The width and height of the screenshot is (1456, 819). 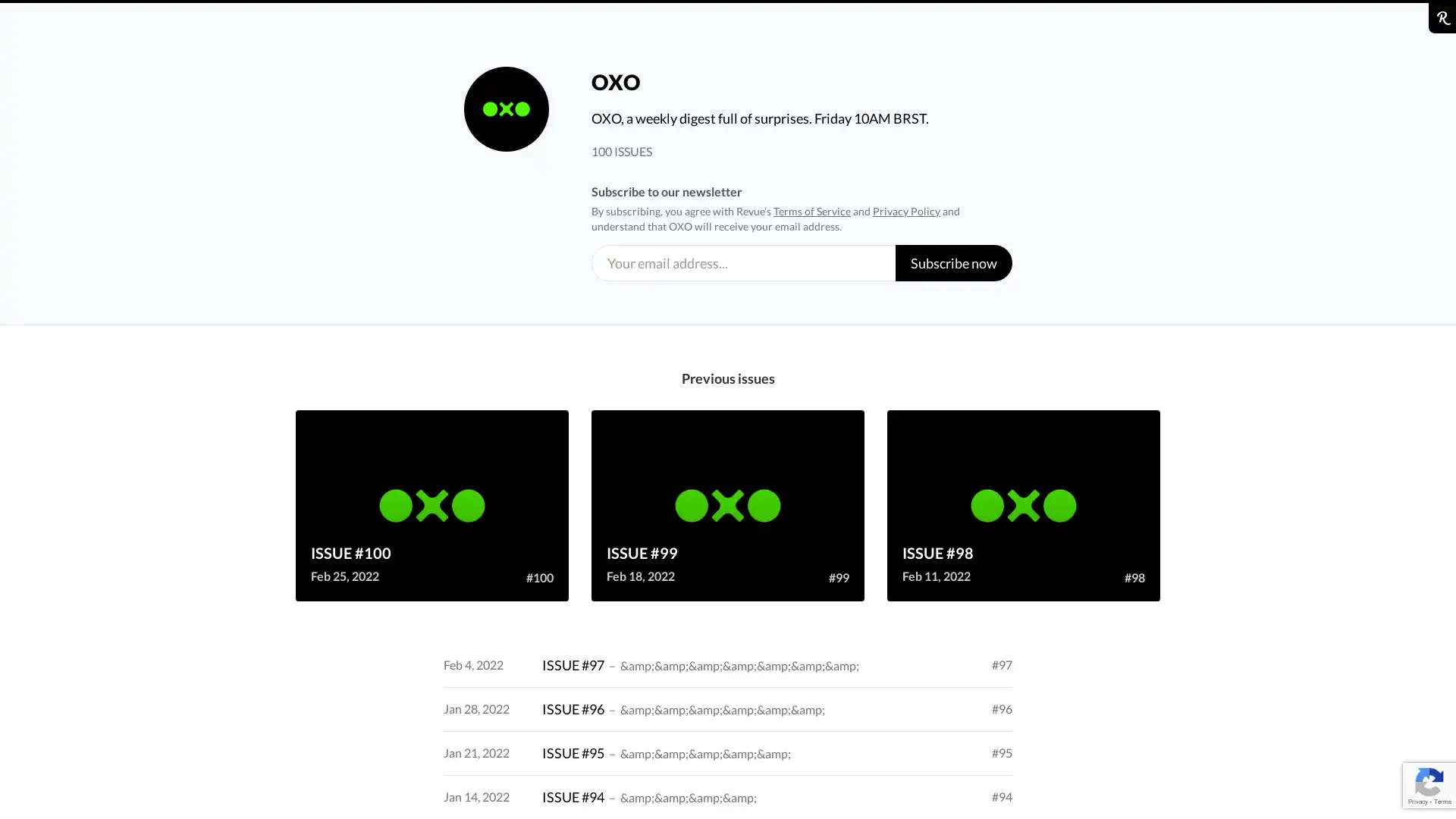 I want to click on Subscribe now, so click(x=952, y=262).